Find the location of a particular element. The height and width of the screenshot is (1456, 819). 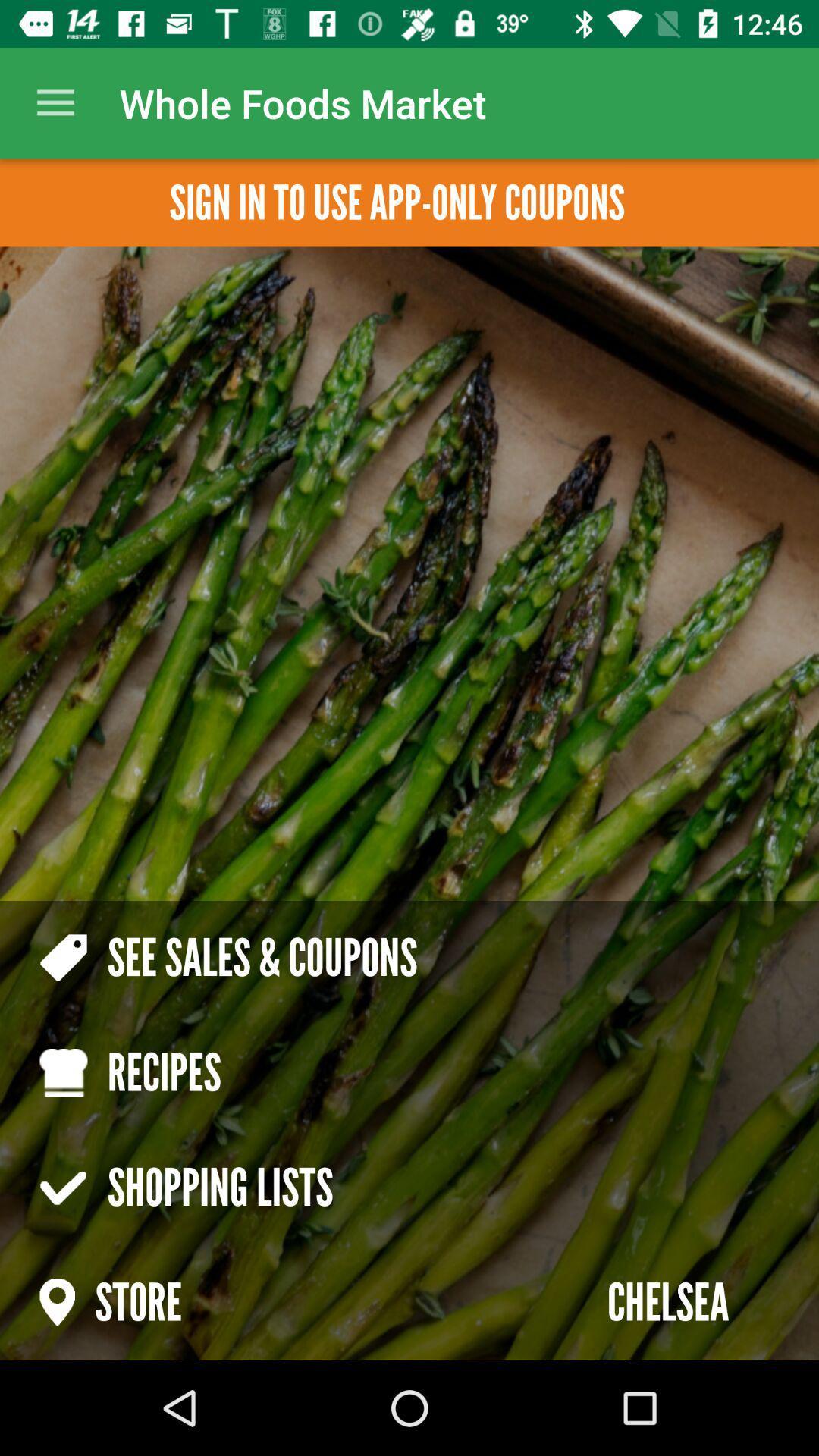

the icon above the see sales & coupons item is located at coordinates (396, 202).